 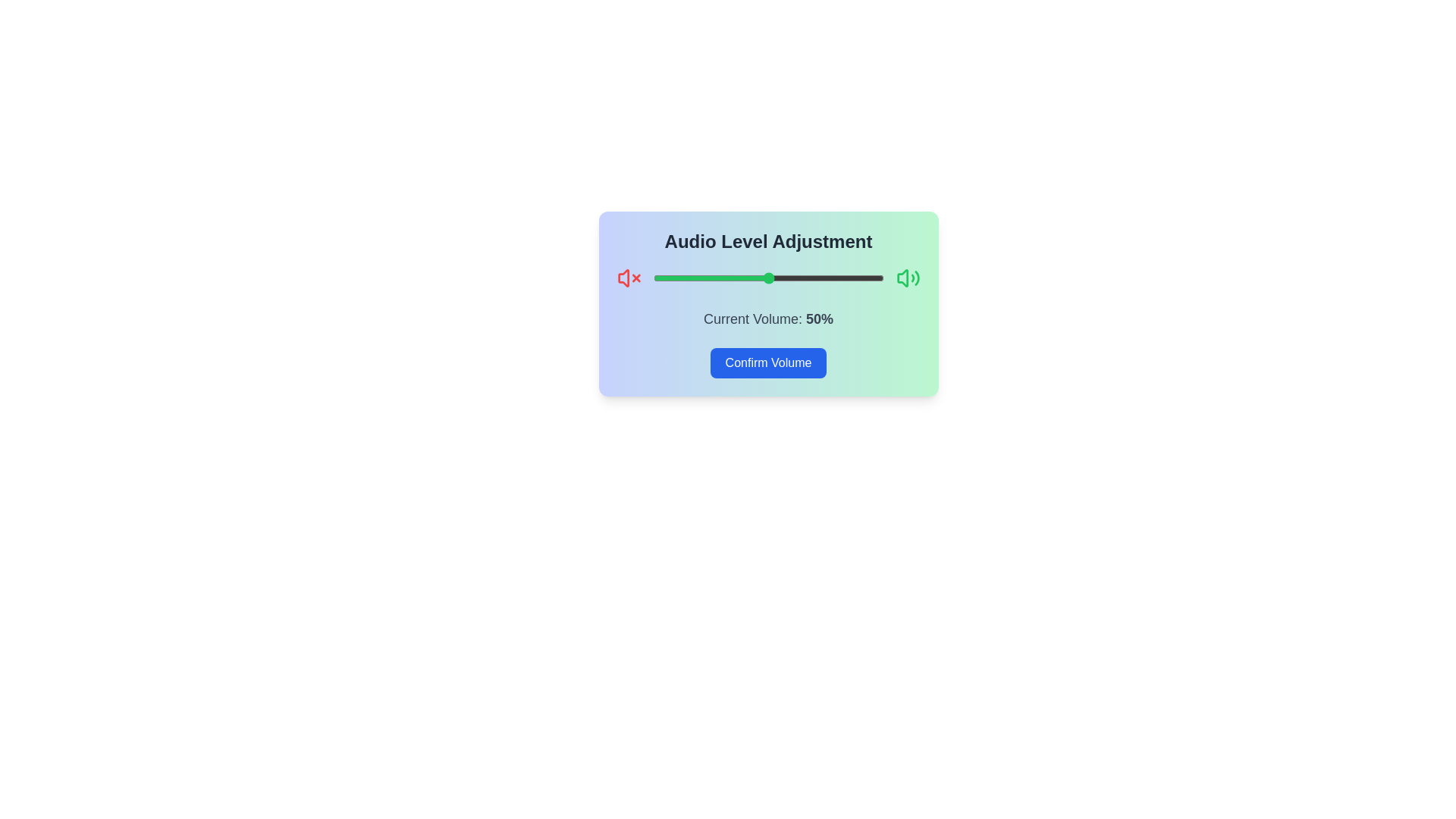 I want to click on the volume slider to set the volume to 20%, so click(x=698, y=278).